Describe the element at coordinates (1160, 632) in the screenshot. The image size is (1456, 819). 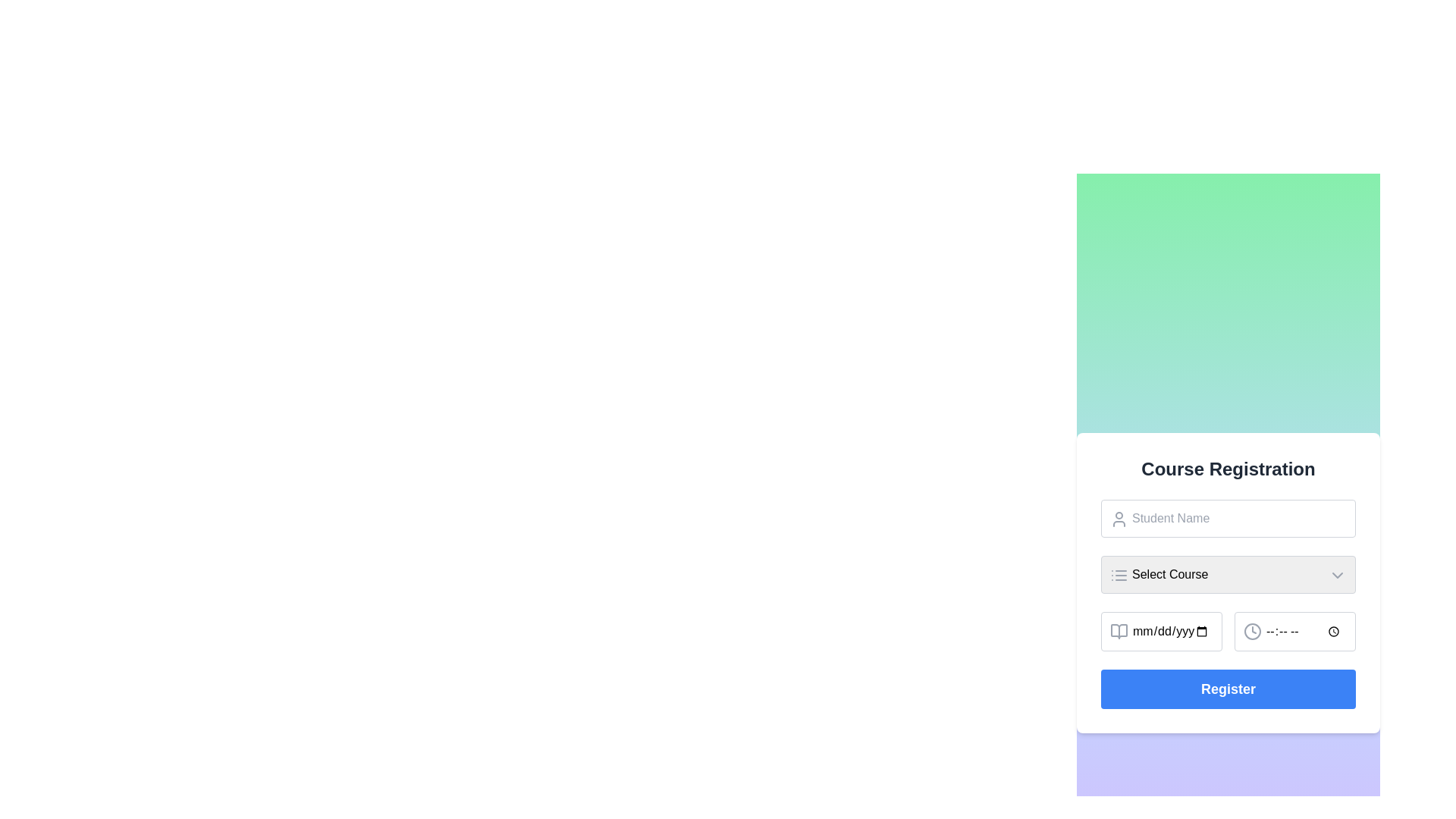
I see `the calendar icon in the Date picker input field located in the 'Course Registration' form` at that location.